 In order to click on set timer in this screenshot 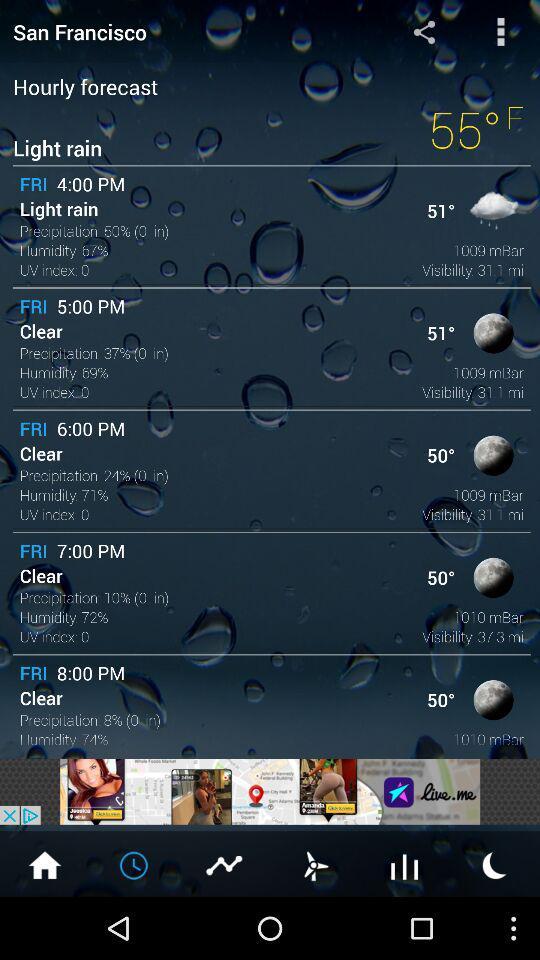, I will do `click(314, 863)`.